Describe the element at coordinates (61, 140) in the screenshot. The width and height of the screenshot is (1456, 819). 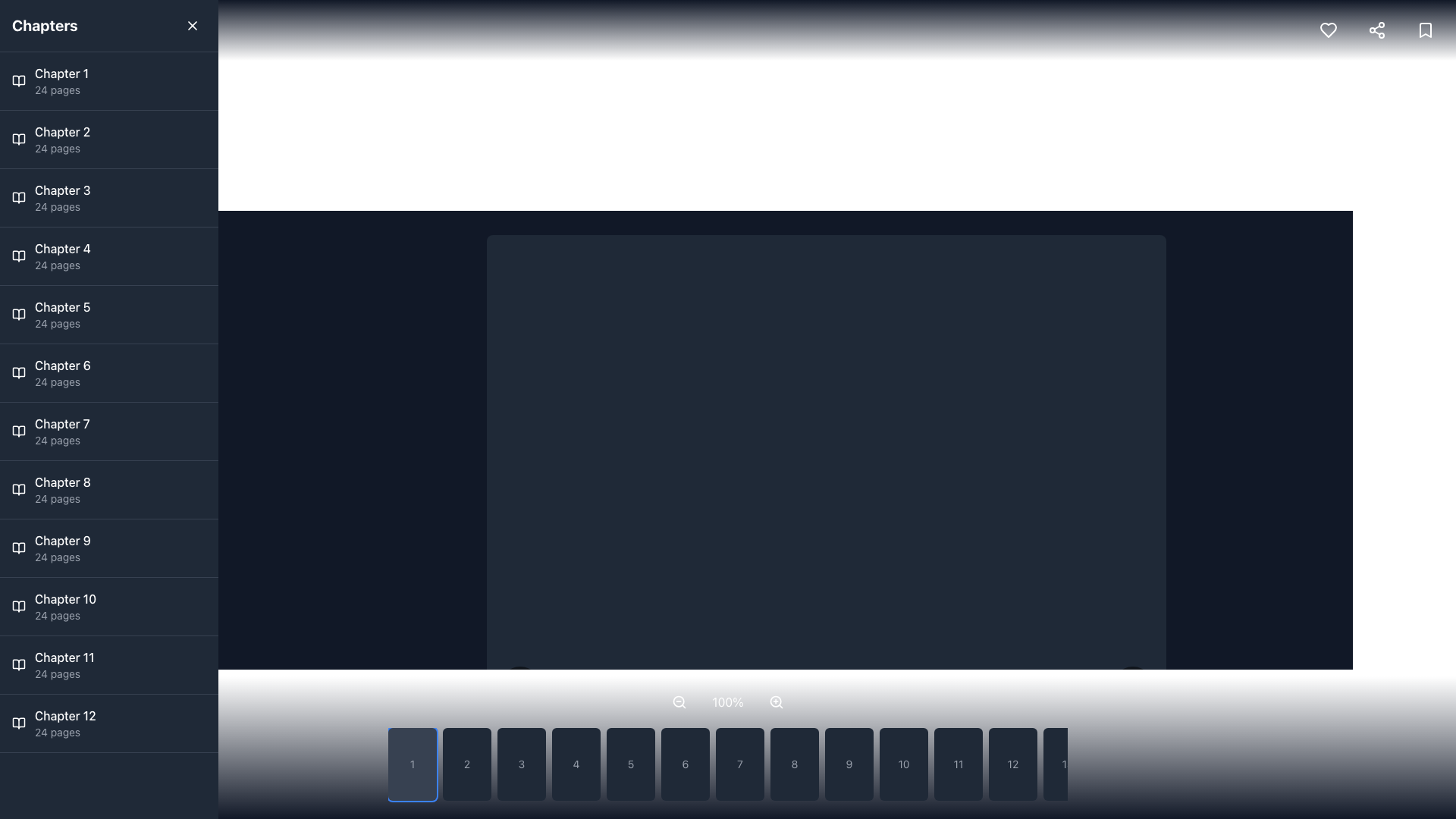
I see `the 'Chapter 2' navigational link located in the left-side panel, which is the second item in the list of chapter entries` at that location.